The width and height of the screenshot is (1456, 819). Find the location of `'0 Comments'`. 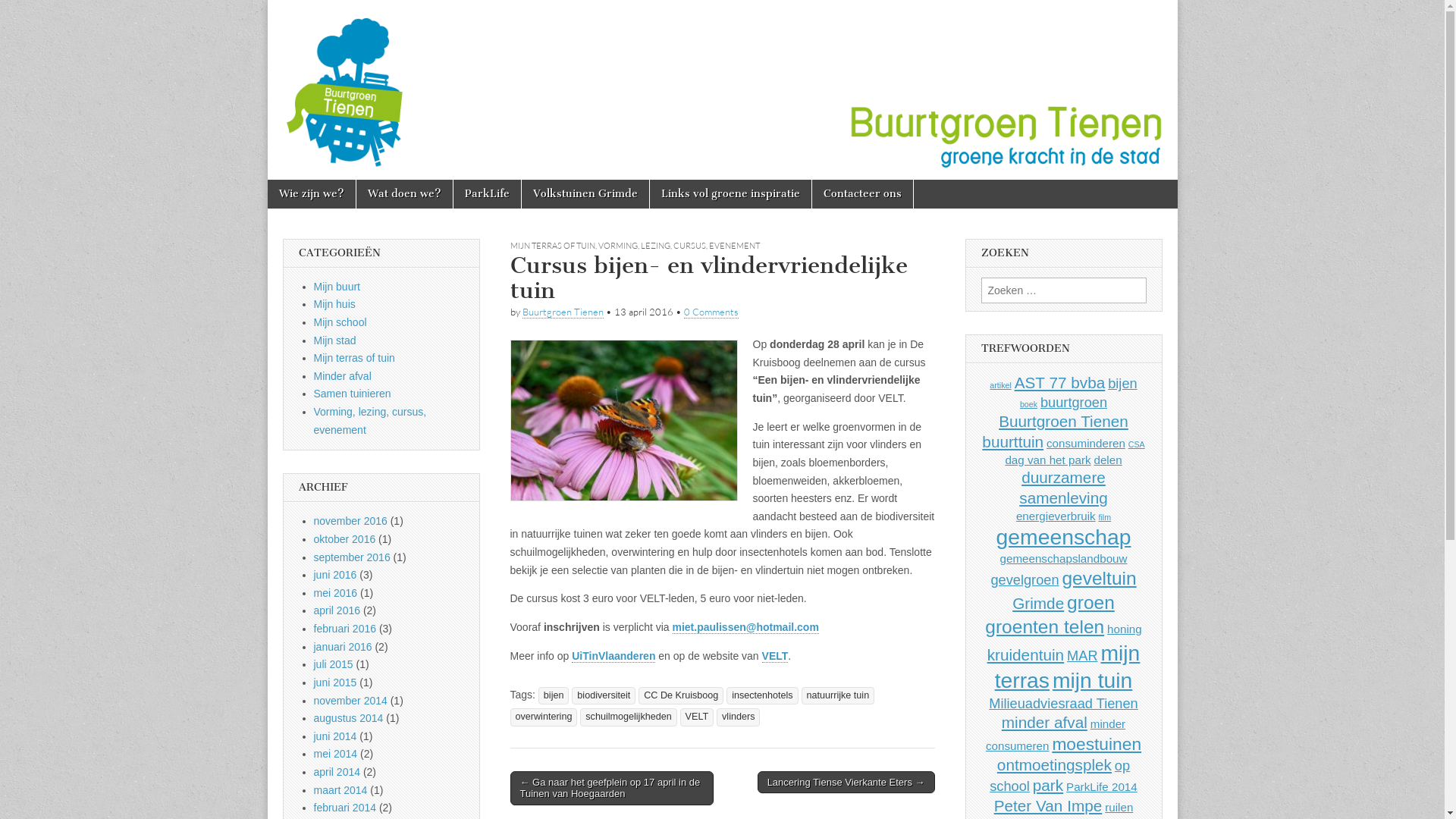

'0 Comments' is located at coordinates (710, 311).